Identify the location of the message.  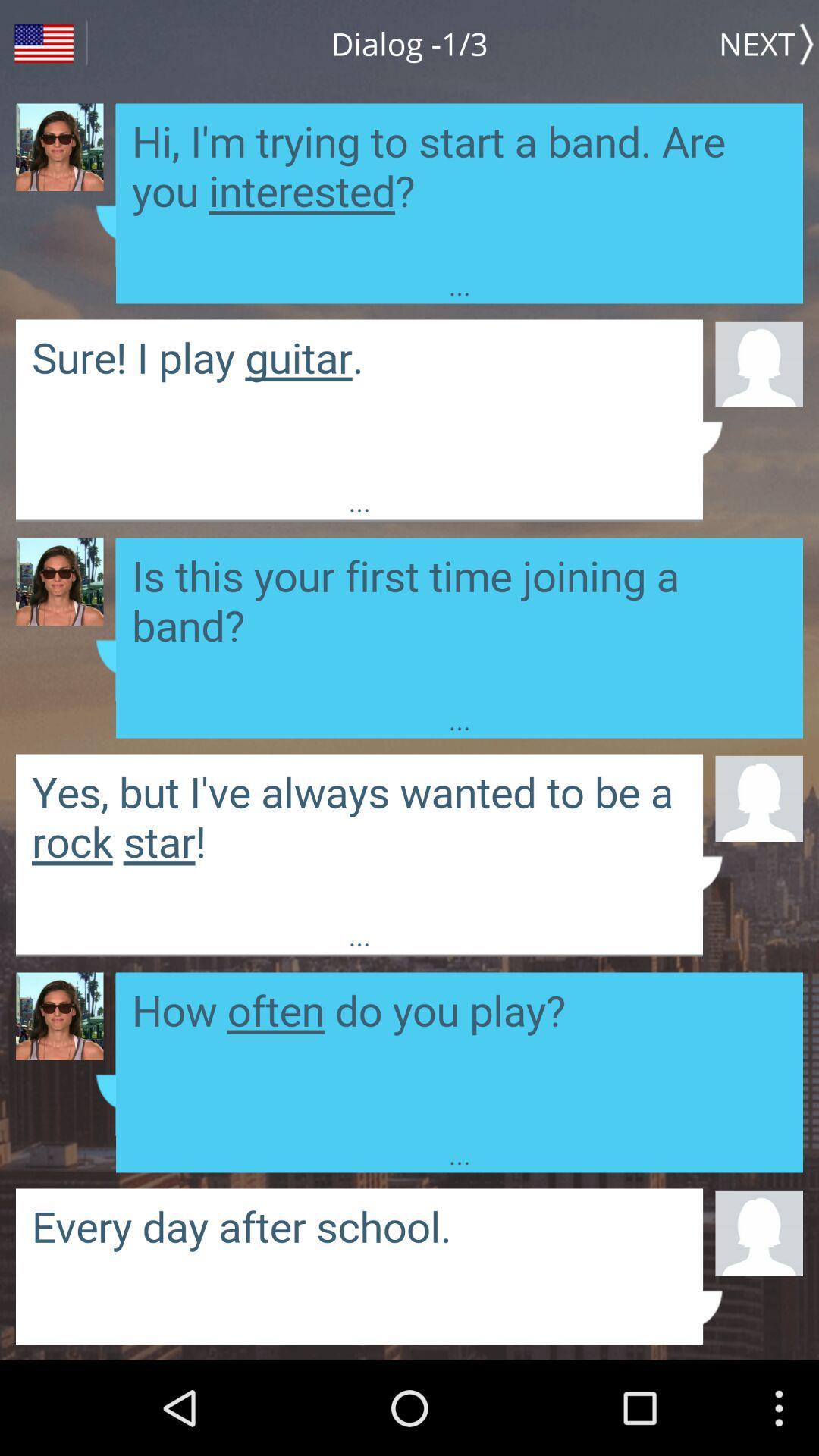
(359, 835).